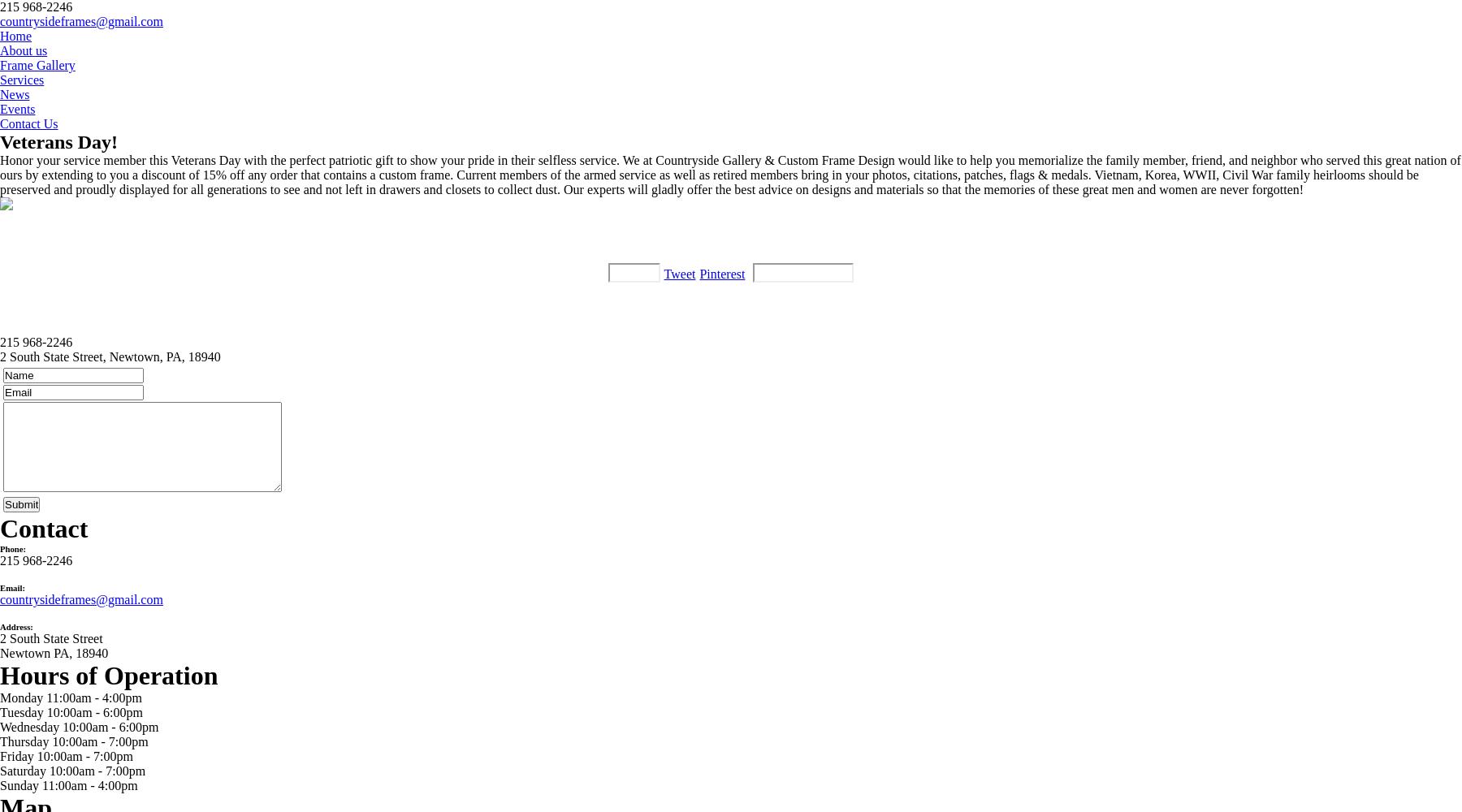 Image resolution: width=1462 pixels, height=812 pixels. Describe the element at coordinates (0, 675) in the screenshot. I see `'Hours of Operation'` at that location.